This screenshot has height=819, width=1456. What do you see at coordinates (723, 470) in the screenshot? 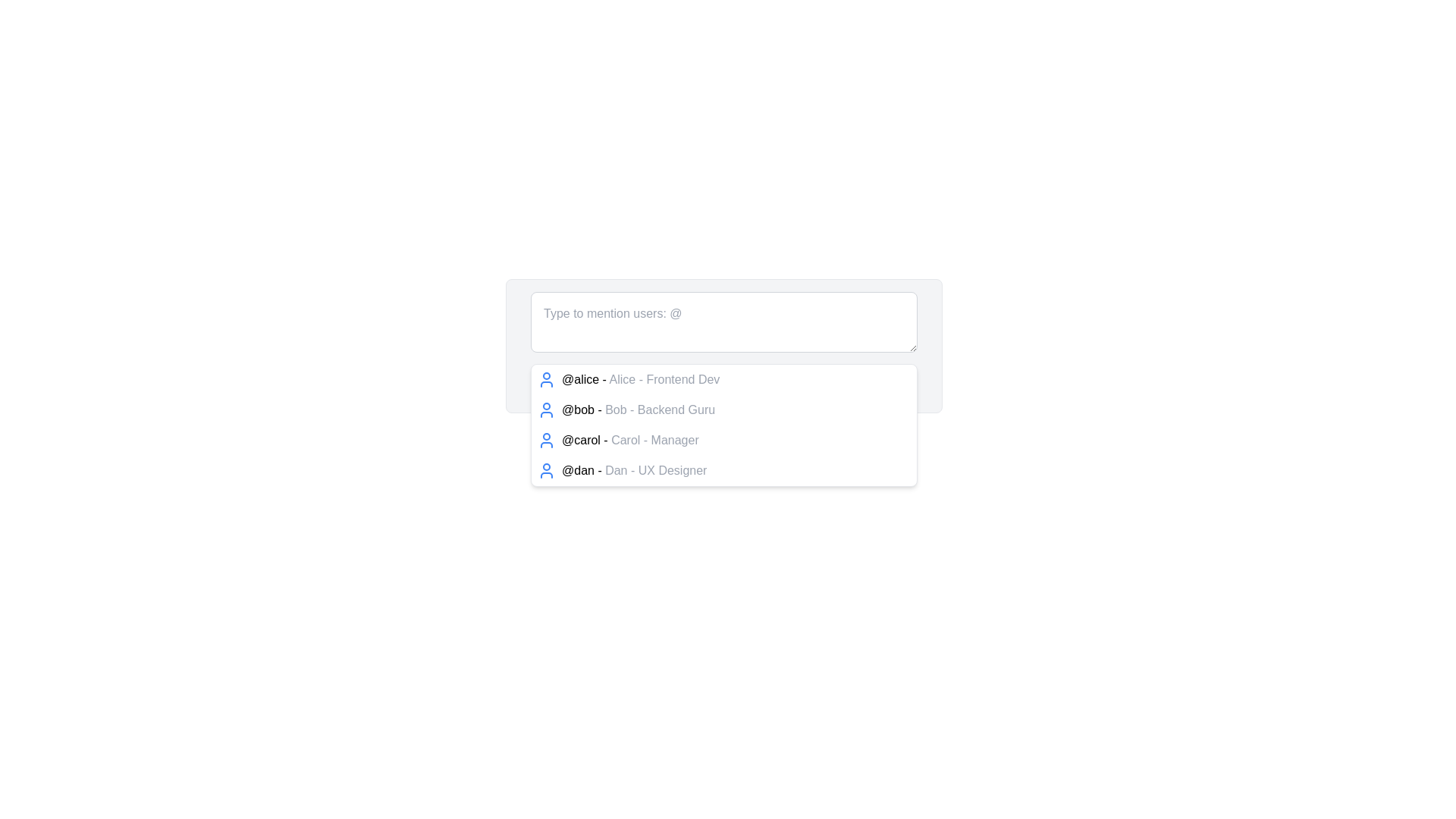
I see `the fourth item in the dropdown menu, which is used for mentioning or tagging users` at bounding box center [723, 470].